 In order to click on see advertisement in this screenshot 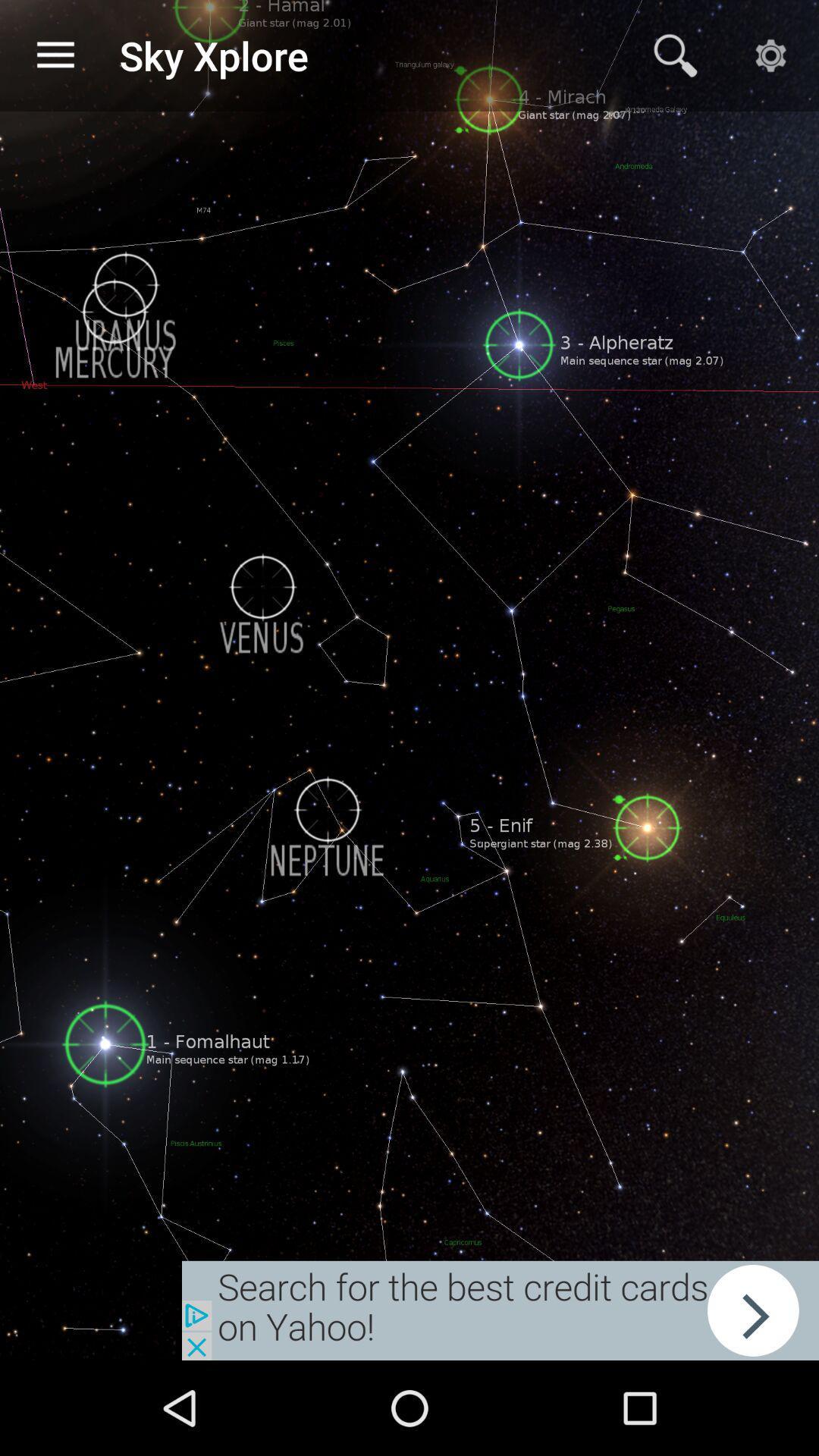, I will do `click(500, 1310)`.